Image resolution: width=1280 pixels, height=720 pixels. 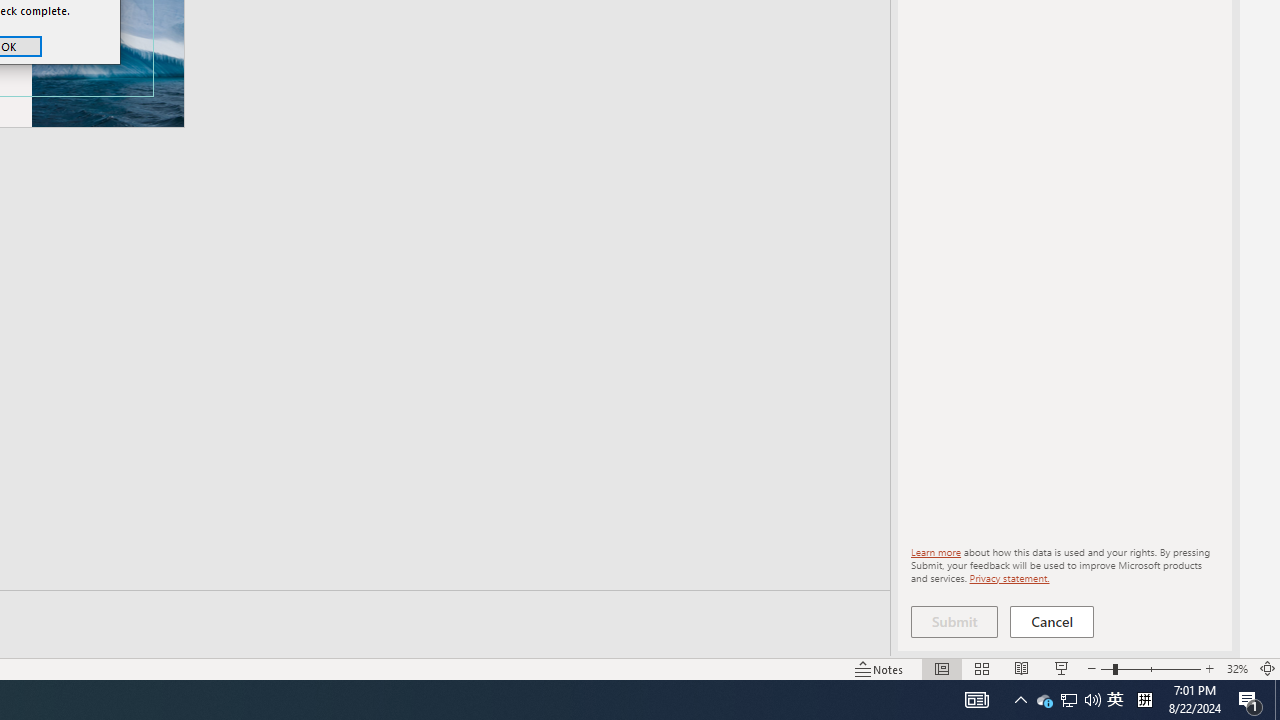 What do you see at coordinates (1051, 621) in the screenshot?
I see `'Cancel'` at bounding box center [1051, 621].